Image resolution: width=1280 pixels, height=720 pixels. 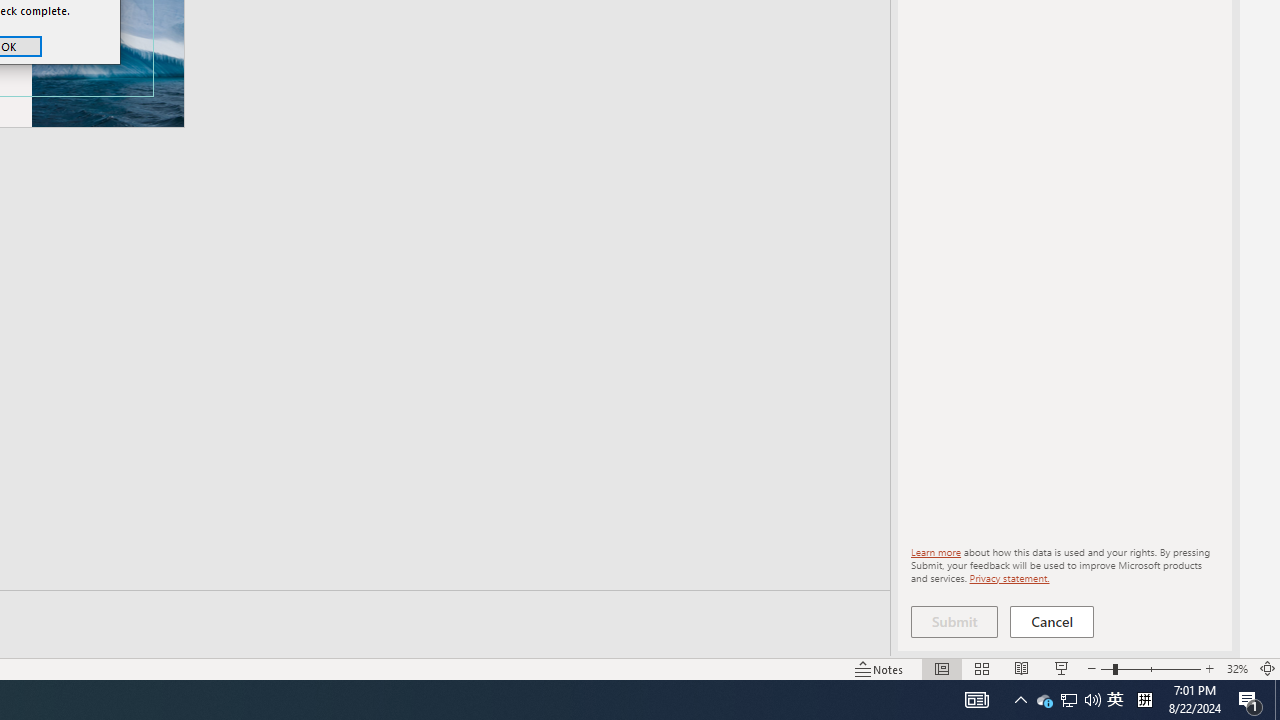 What do you see at coordinates (1051, 621) in the screenshot?
I see `'Cancel'` at bounding box center [1051, 621].